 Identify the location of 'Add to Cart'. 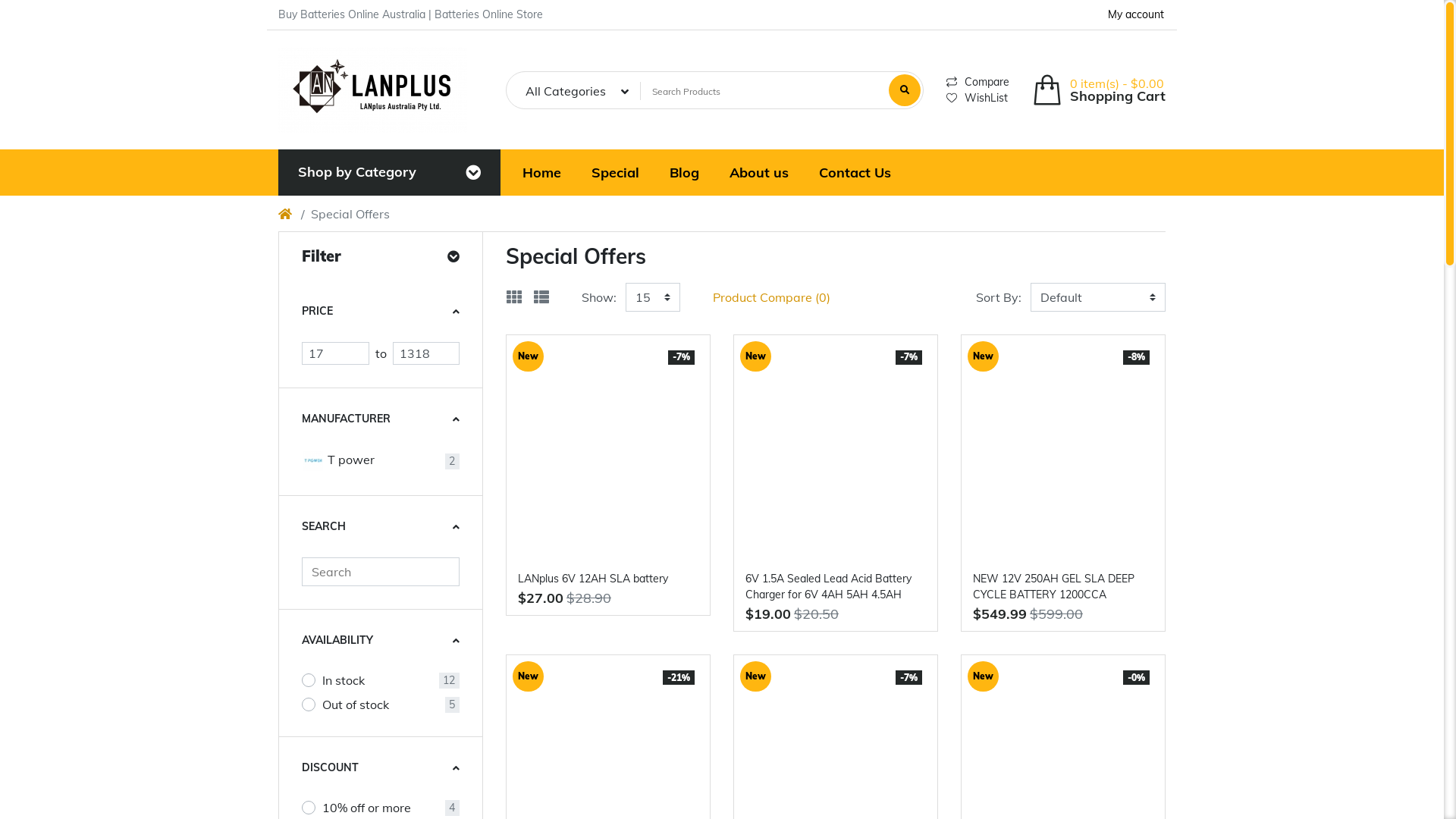
(1015, 320).